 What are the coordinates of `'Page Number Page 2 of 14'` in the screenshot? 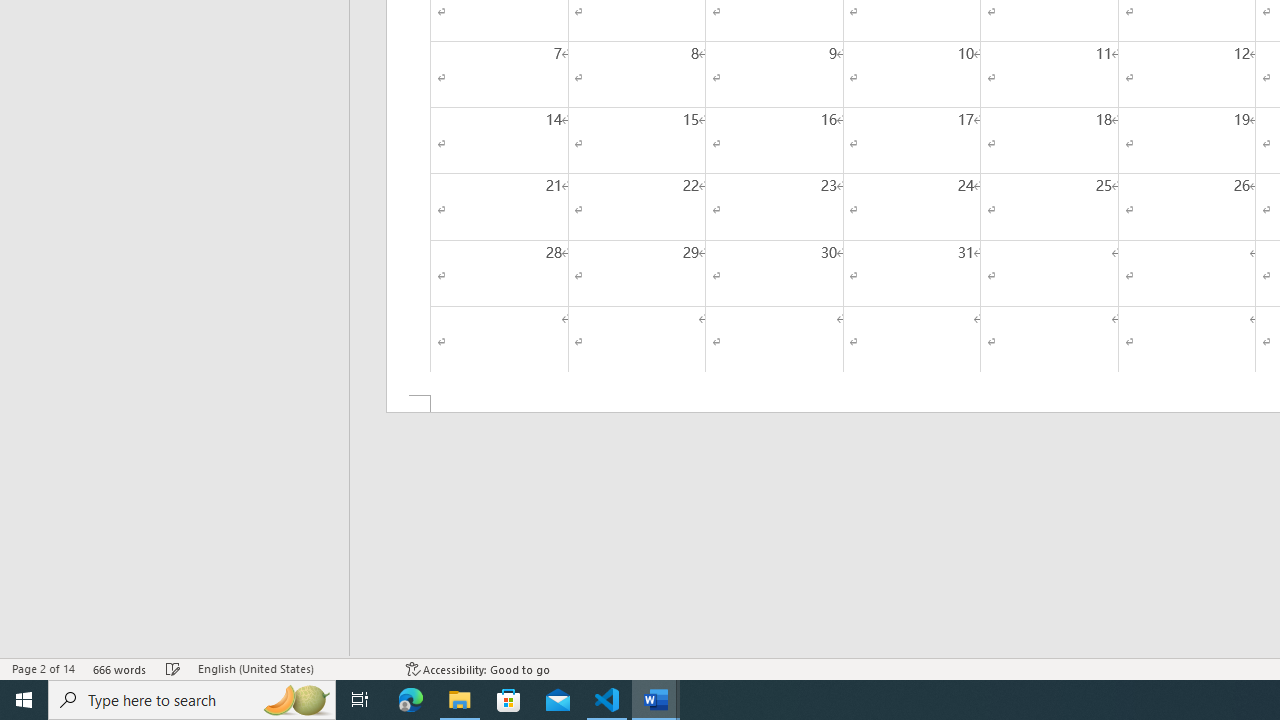 It's located at (43, 669).